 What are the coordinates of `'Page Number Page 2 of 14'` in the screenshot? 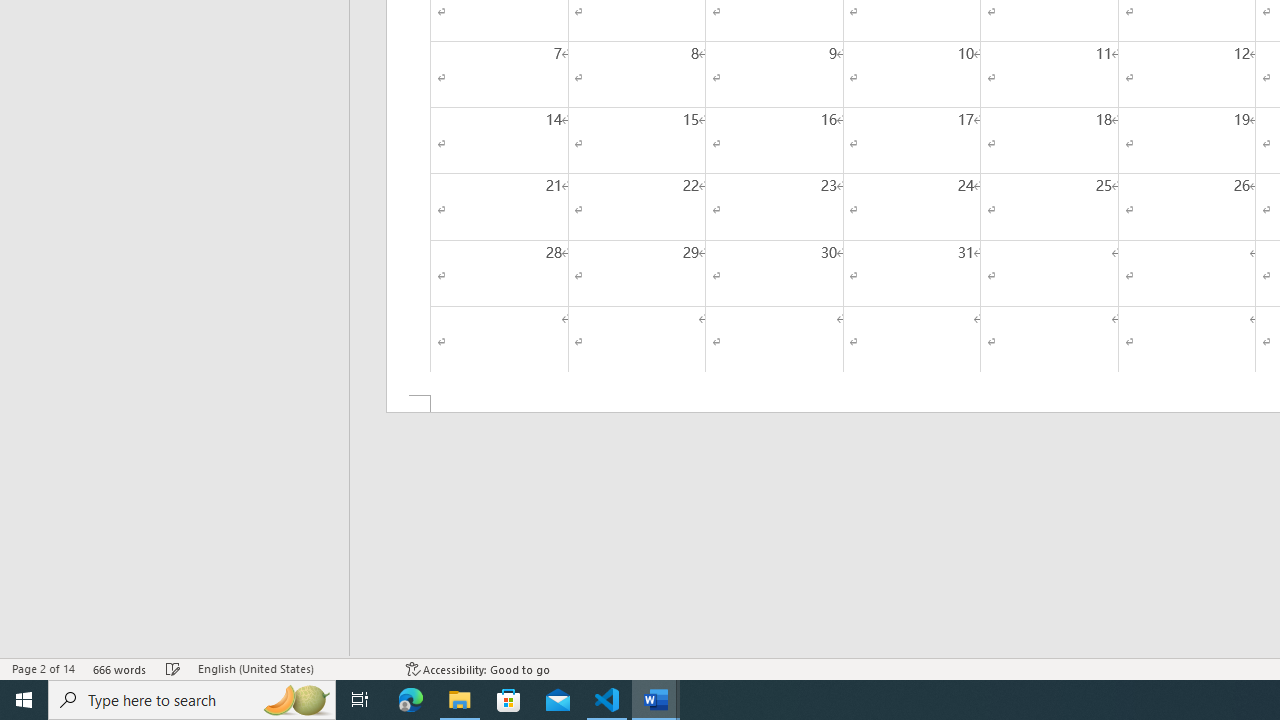 It's located at (43, 669).